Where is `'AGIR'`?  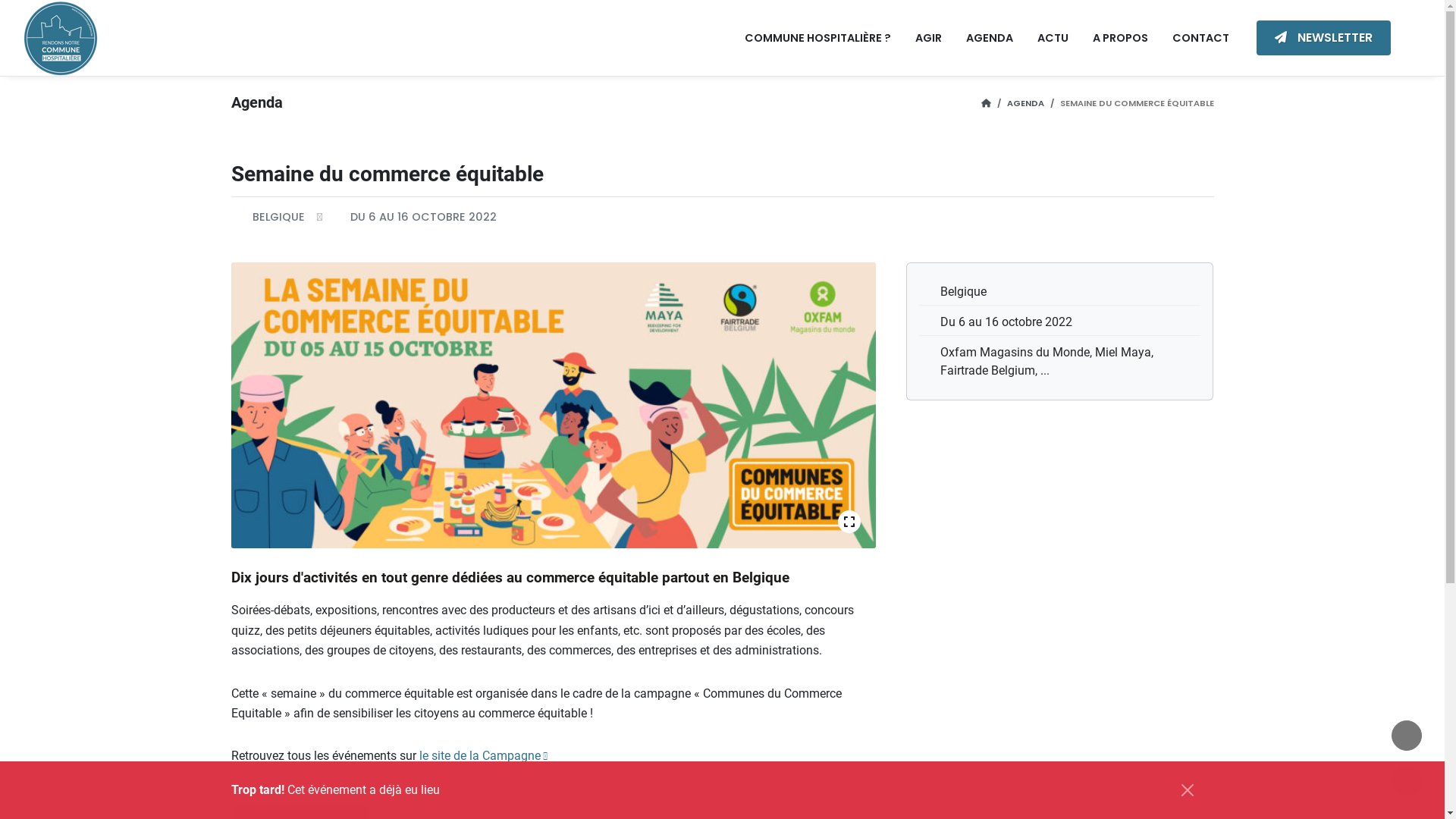 'AGIR' is located at coordinates (927, 37).